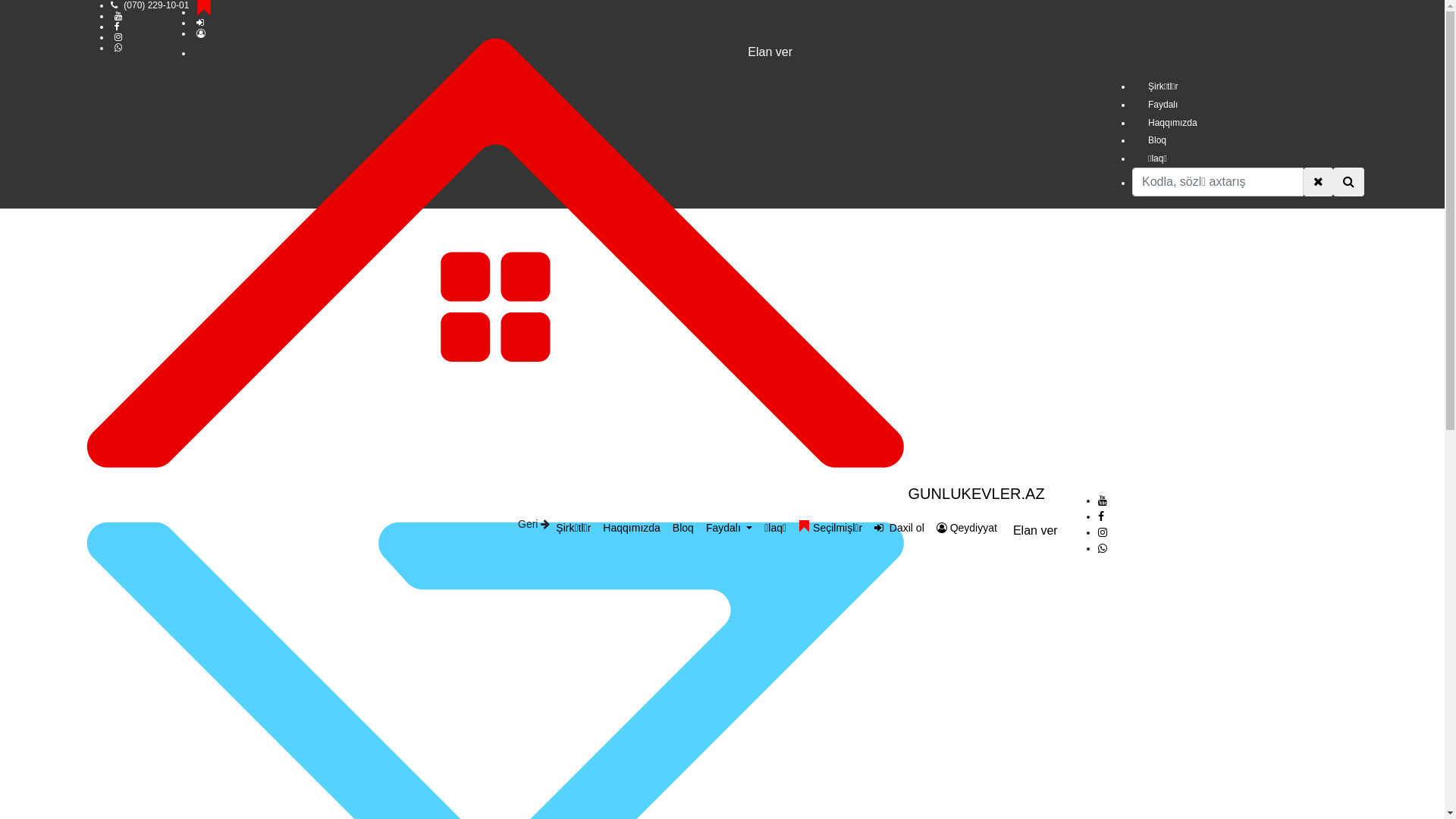 The width and height of the screenshot is (1456, 819). What do you see at coordinates (1034, 529) in the screenshot?
I see `'Elan ver'` at bounding box center [1034, 529].